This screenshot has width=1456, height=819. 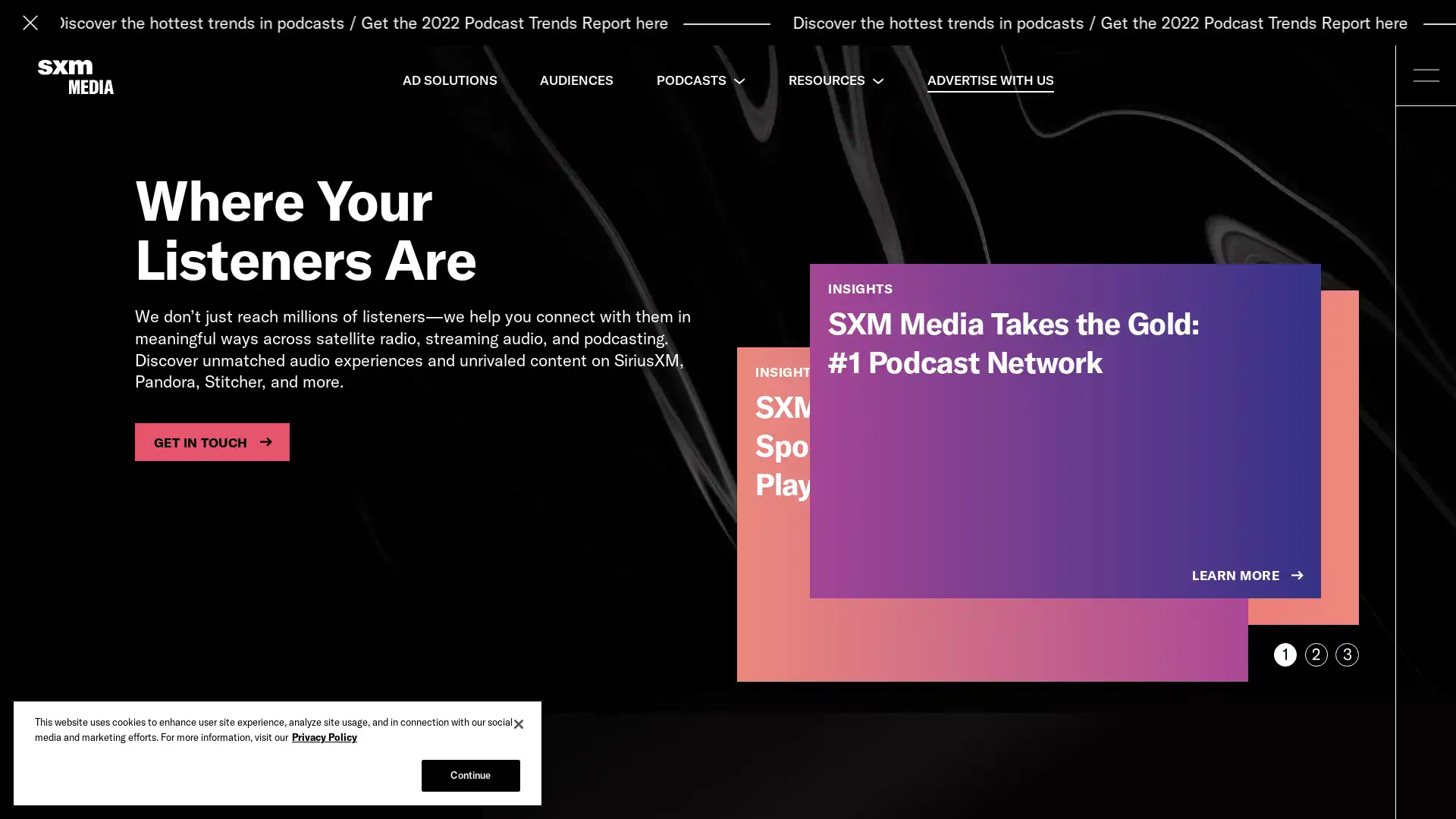 What do you see at coordinates (1315, 654) in the screenshot?
I see `2` at bounding box center [1315, 654].